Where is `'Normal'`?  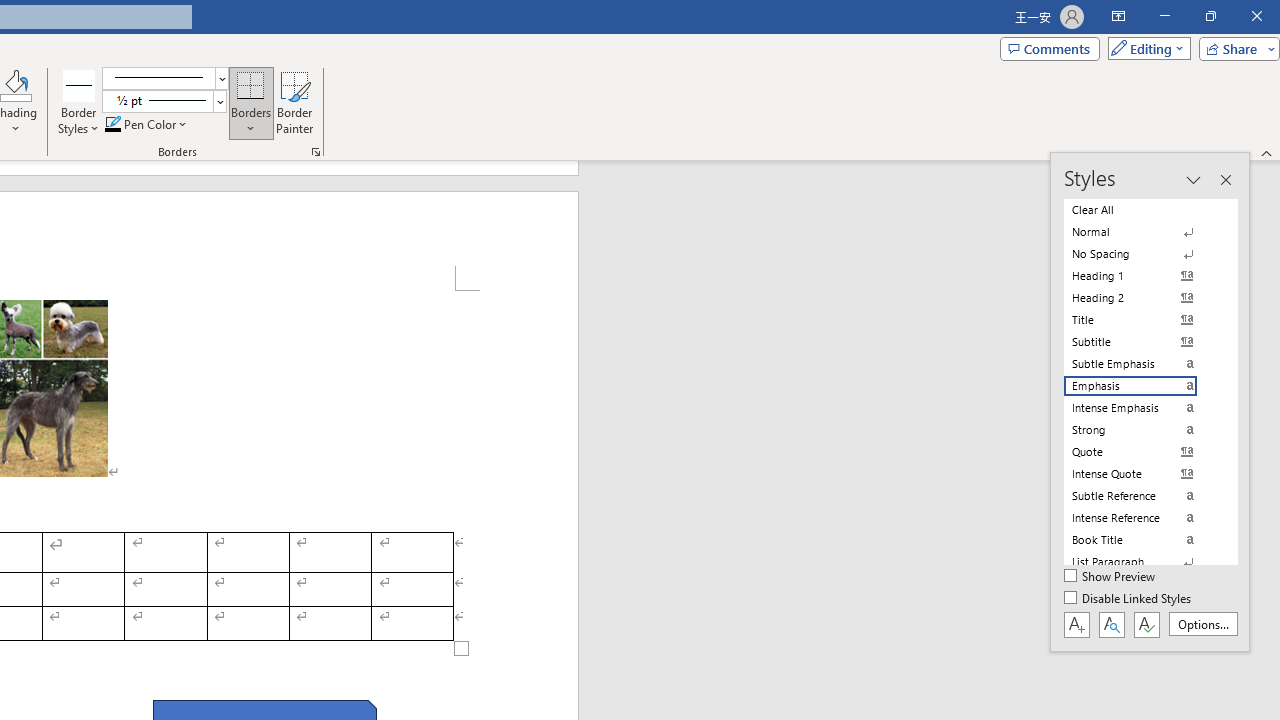
'Normal' is located at coordinates (1142, 231).